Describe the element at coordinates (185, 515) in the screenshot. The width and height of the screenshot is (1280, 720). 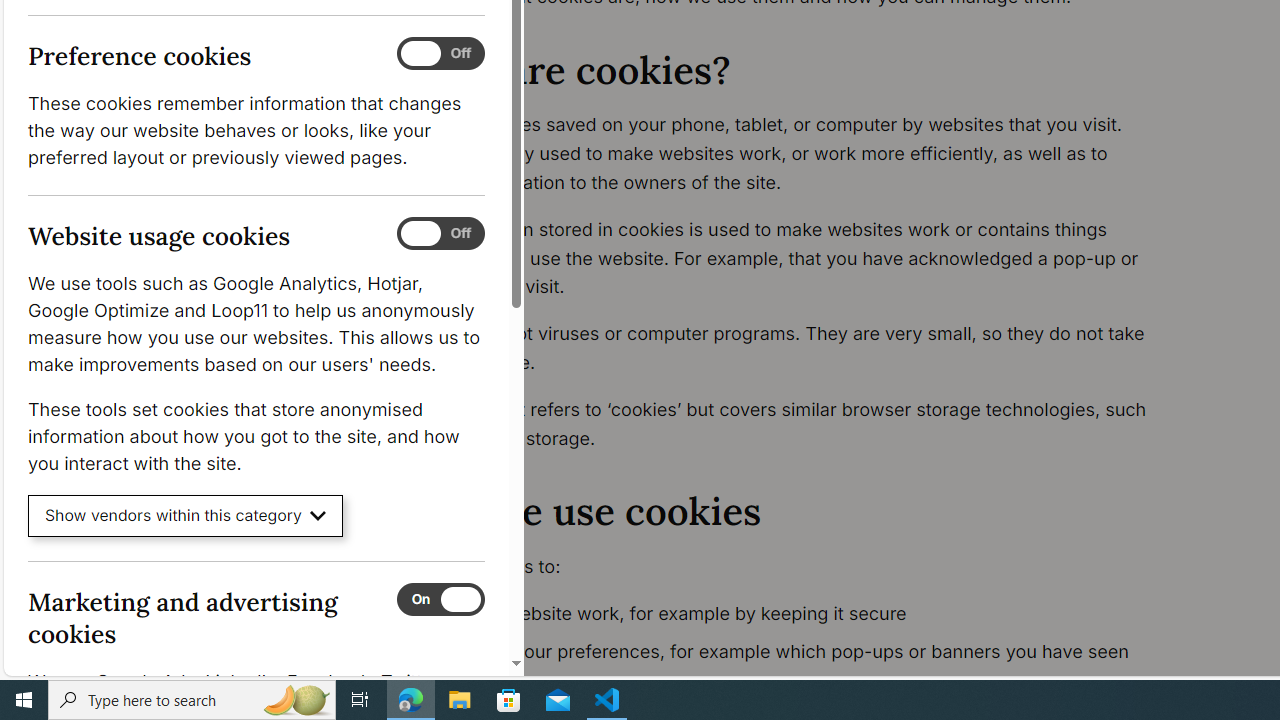
I see `'Show vendors within this category'` at that location.